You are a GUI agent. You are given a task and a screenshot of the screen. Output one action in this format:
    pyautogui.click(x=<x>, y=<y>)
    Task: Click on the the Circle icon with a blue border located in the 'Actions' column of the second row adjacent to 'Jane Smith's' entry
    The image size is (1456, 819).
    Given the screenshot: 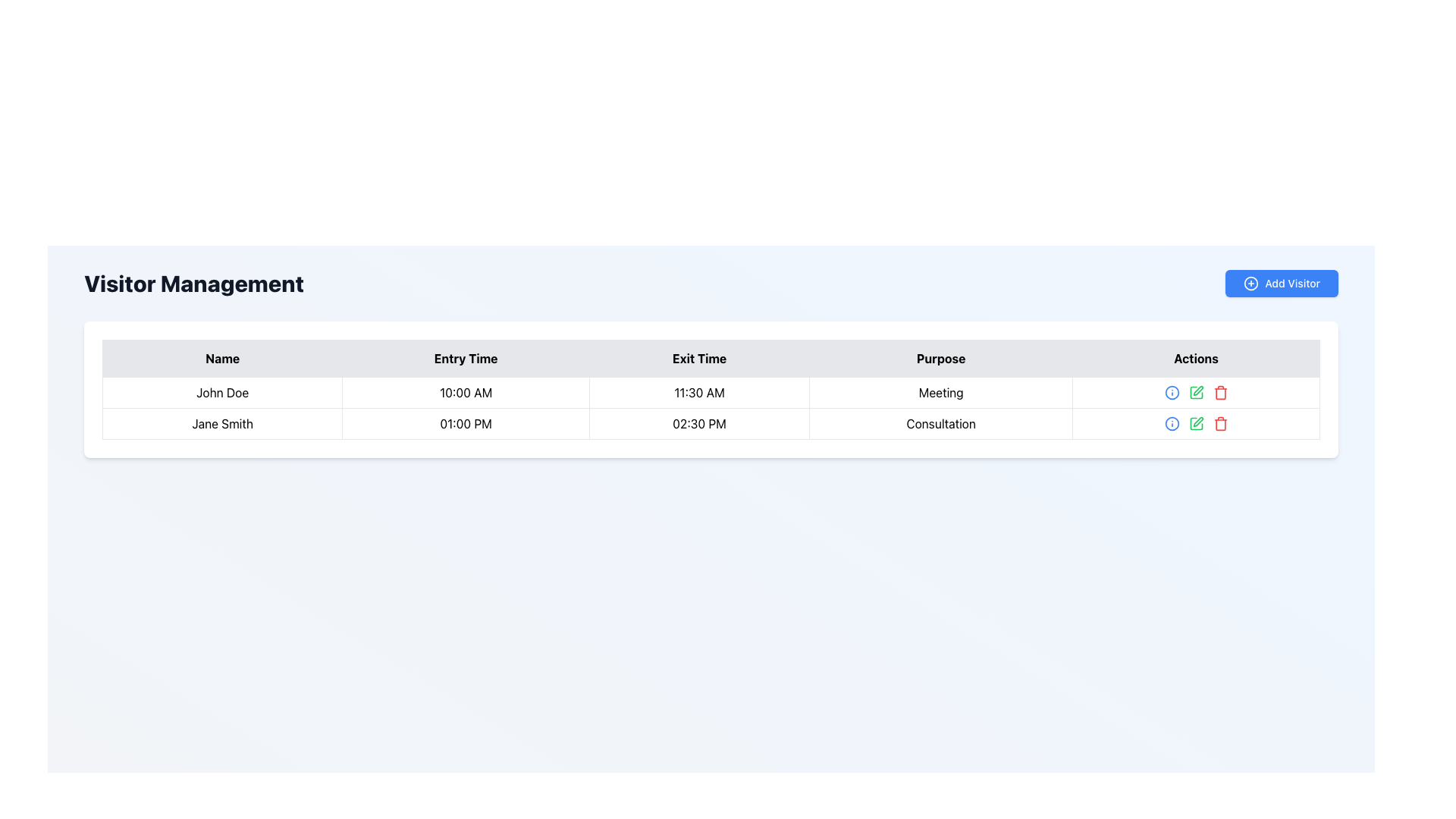 What is the action you would take?
    pyautogui.click(x=1171, y=424)
    